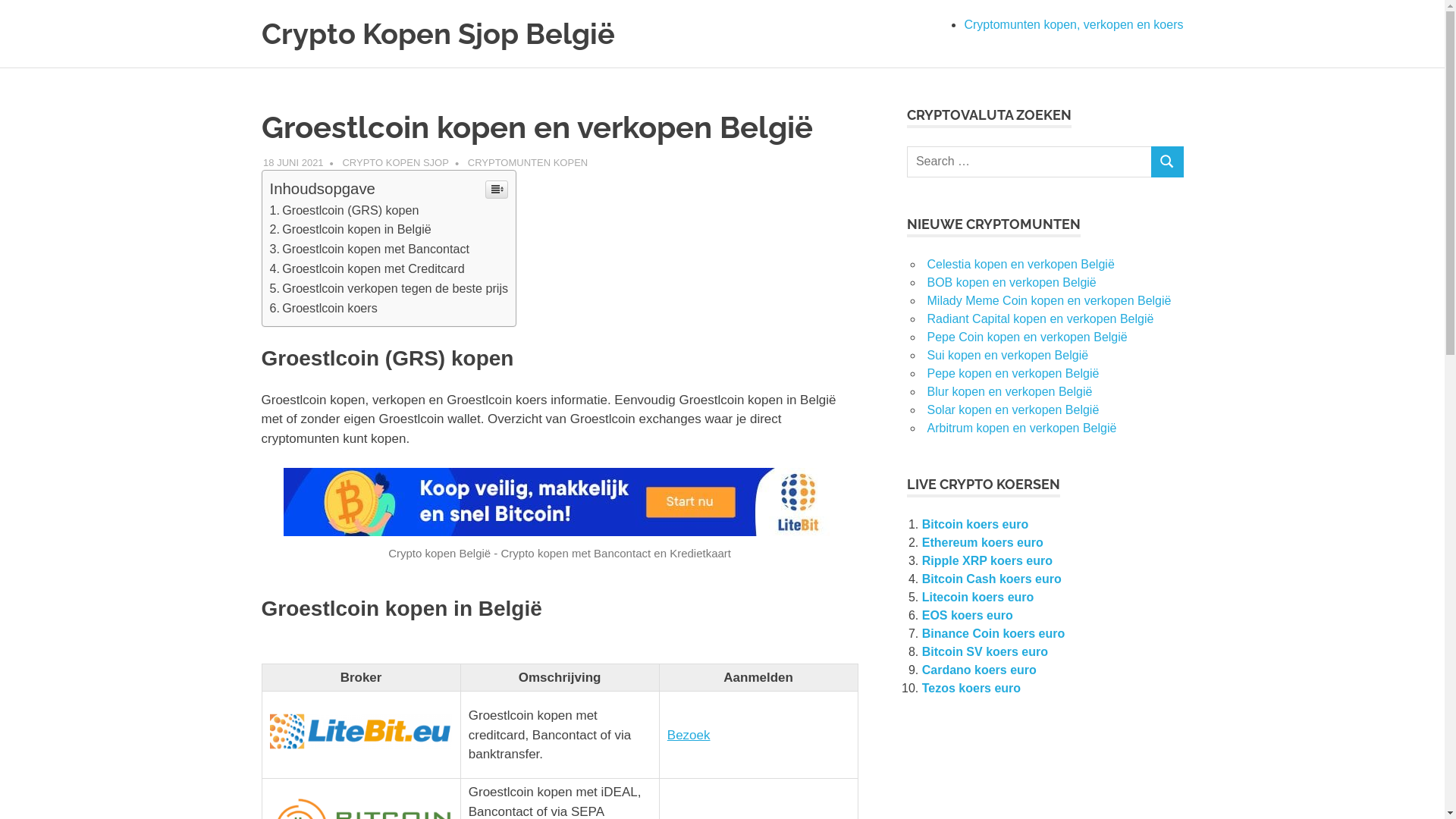 Image resolution: width=1456 pixels, height=819 pixels. I want to click on 'Litecoin koers euro', so click(921, 596).